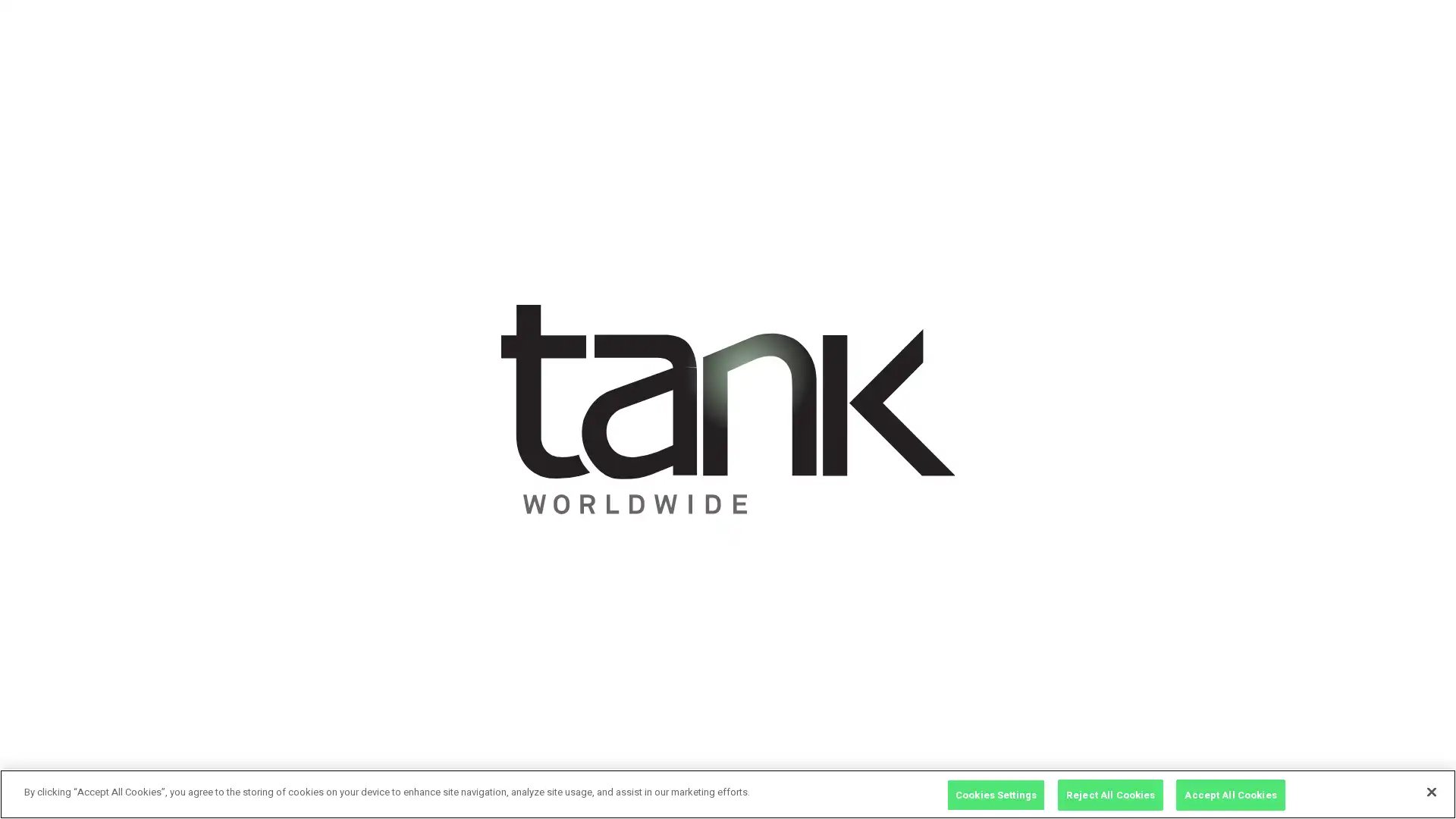 Image resolution: width=1456 pixels, height=819 pixels. What do you see at coordinates (1230, 795) in the screenshot?
I see `Accept All Cookies` at bounding box center [1230, 795].